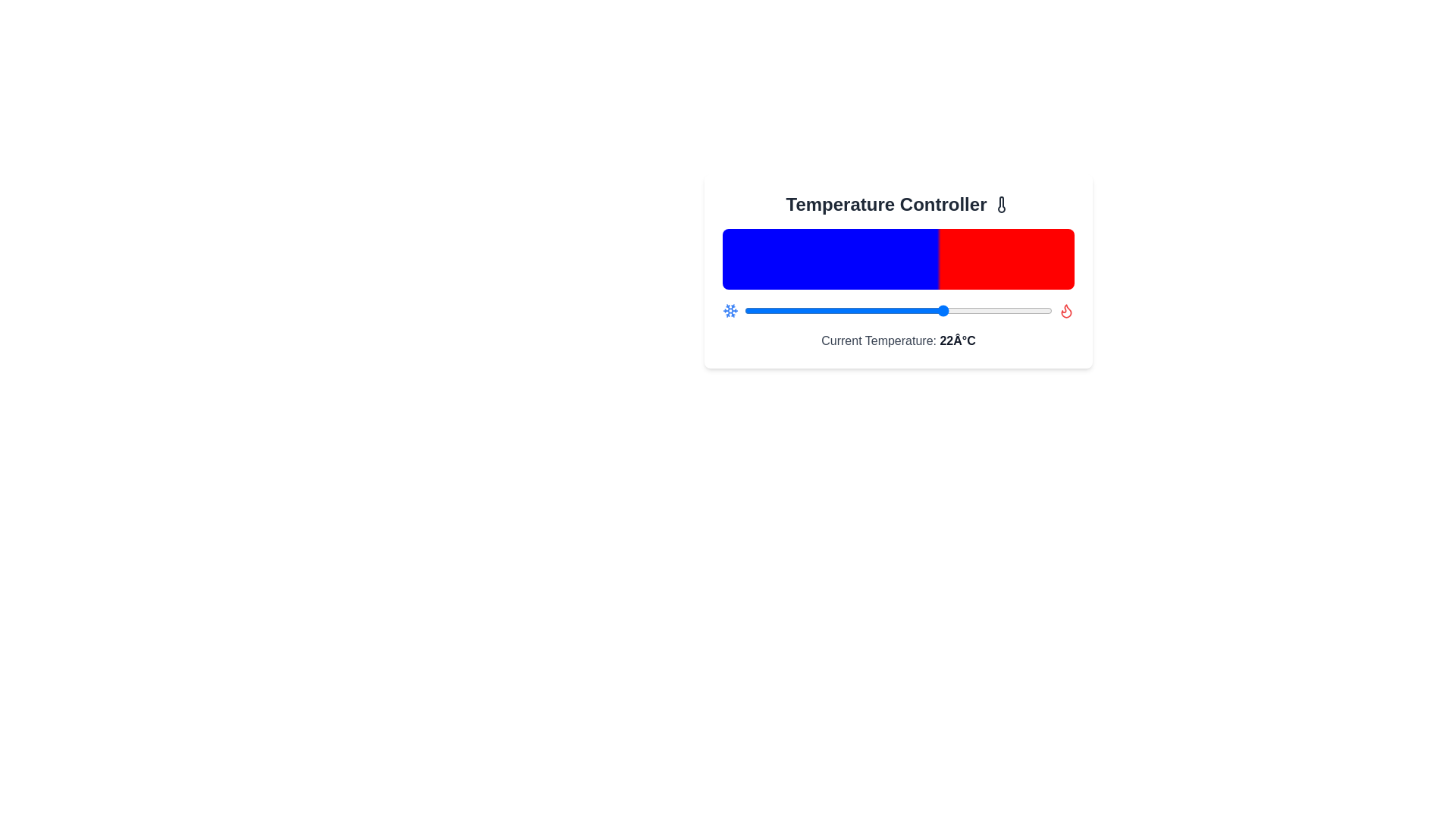  What do you see at coordinates (730, 309) in the screenshot?
I see `the snowflake icon to interact with it` at bounding box center [730, 309].